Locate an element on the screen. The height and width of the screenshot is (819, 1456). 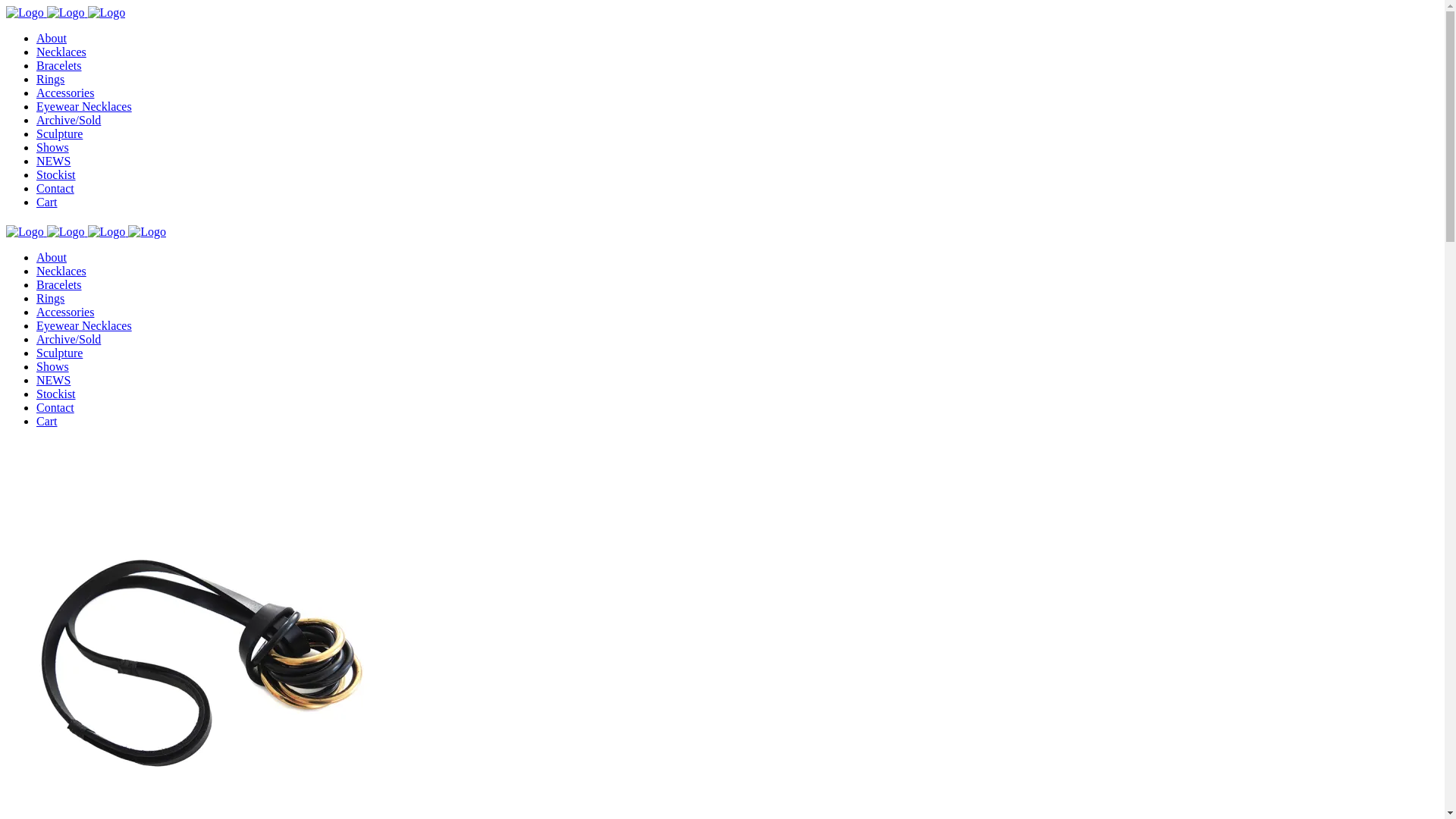
'Contact' is located at coordinates (55, 406).